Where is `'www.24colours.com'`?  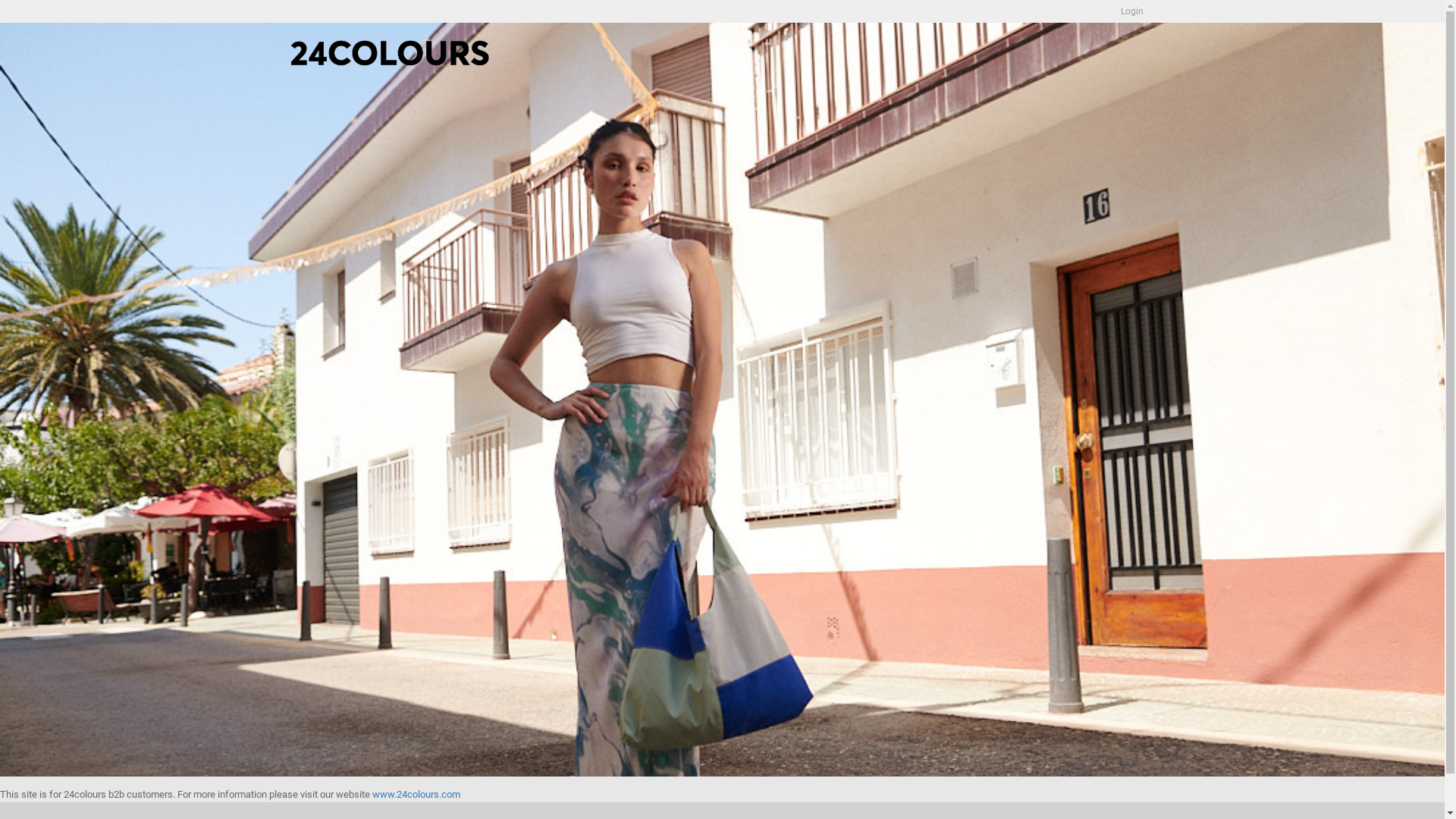
'www.24colours.com' is located at coordinates (416, 793).